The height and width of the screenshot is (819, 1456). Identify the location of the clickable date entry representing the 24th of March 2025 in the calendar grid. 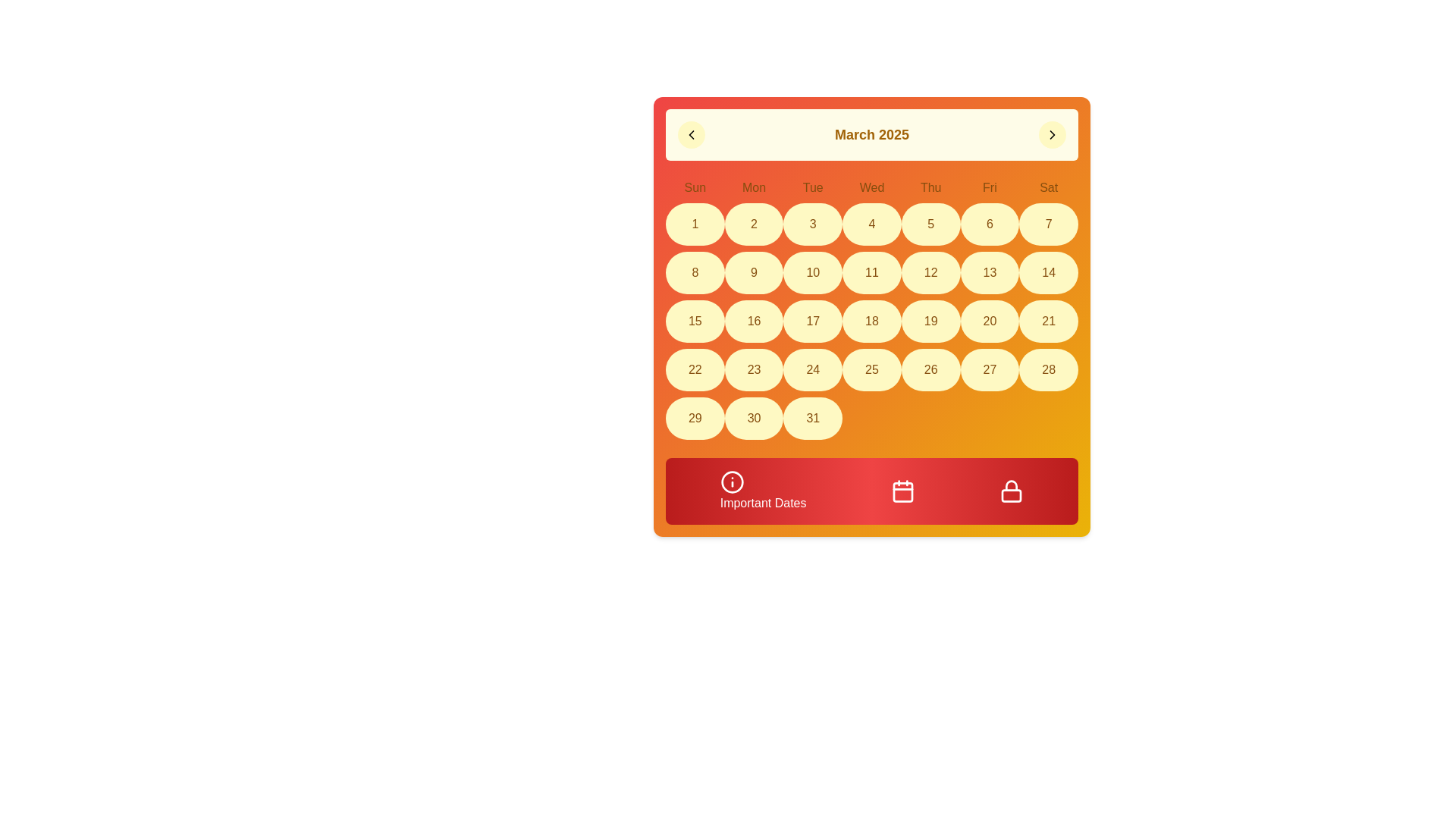
(812, 370).